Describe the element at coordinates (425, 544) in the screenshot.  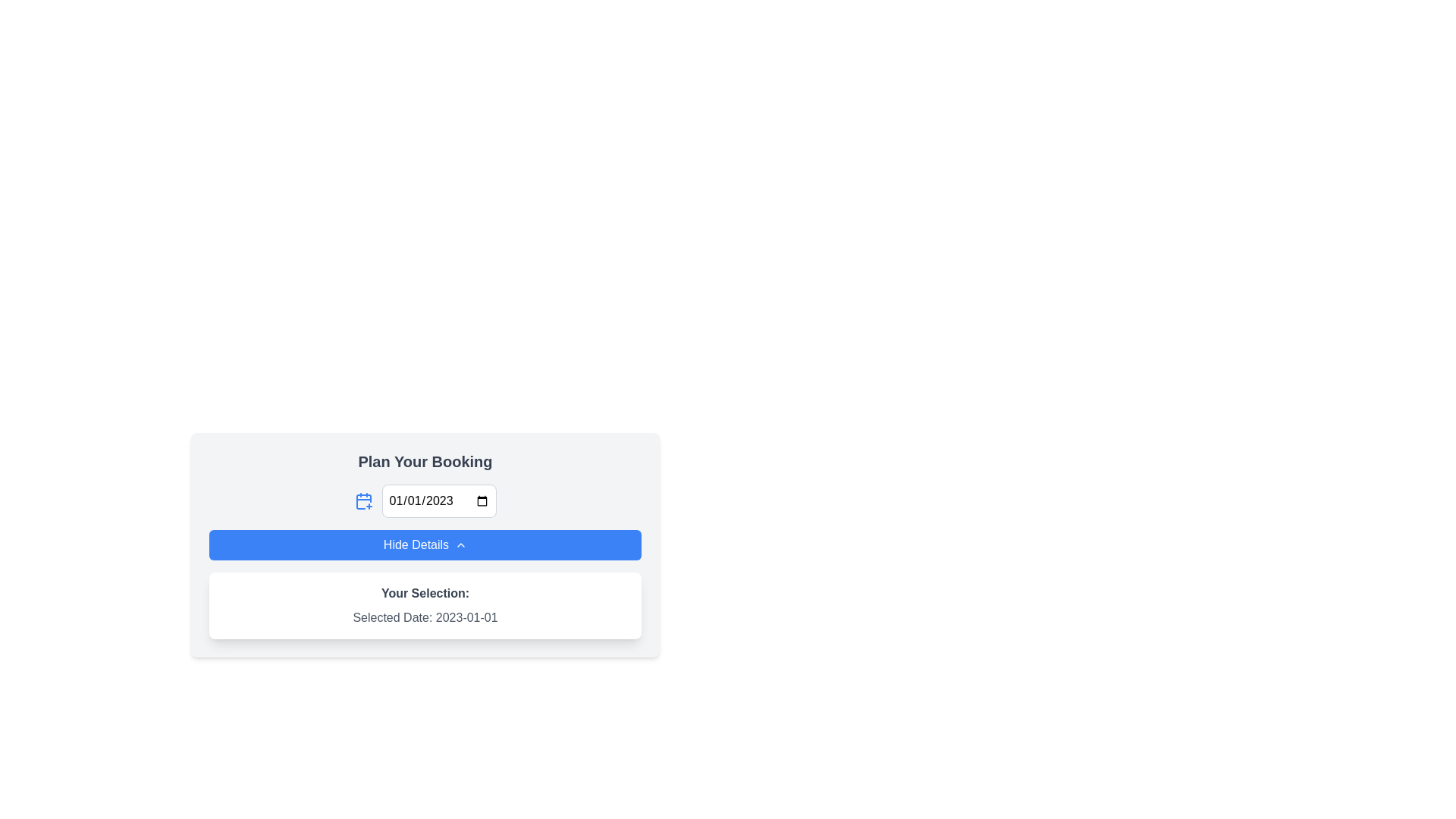
I see `the button that toggles the visibility of detailed information within the interface` at that location.